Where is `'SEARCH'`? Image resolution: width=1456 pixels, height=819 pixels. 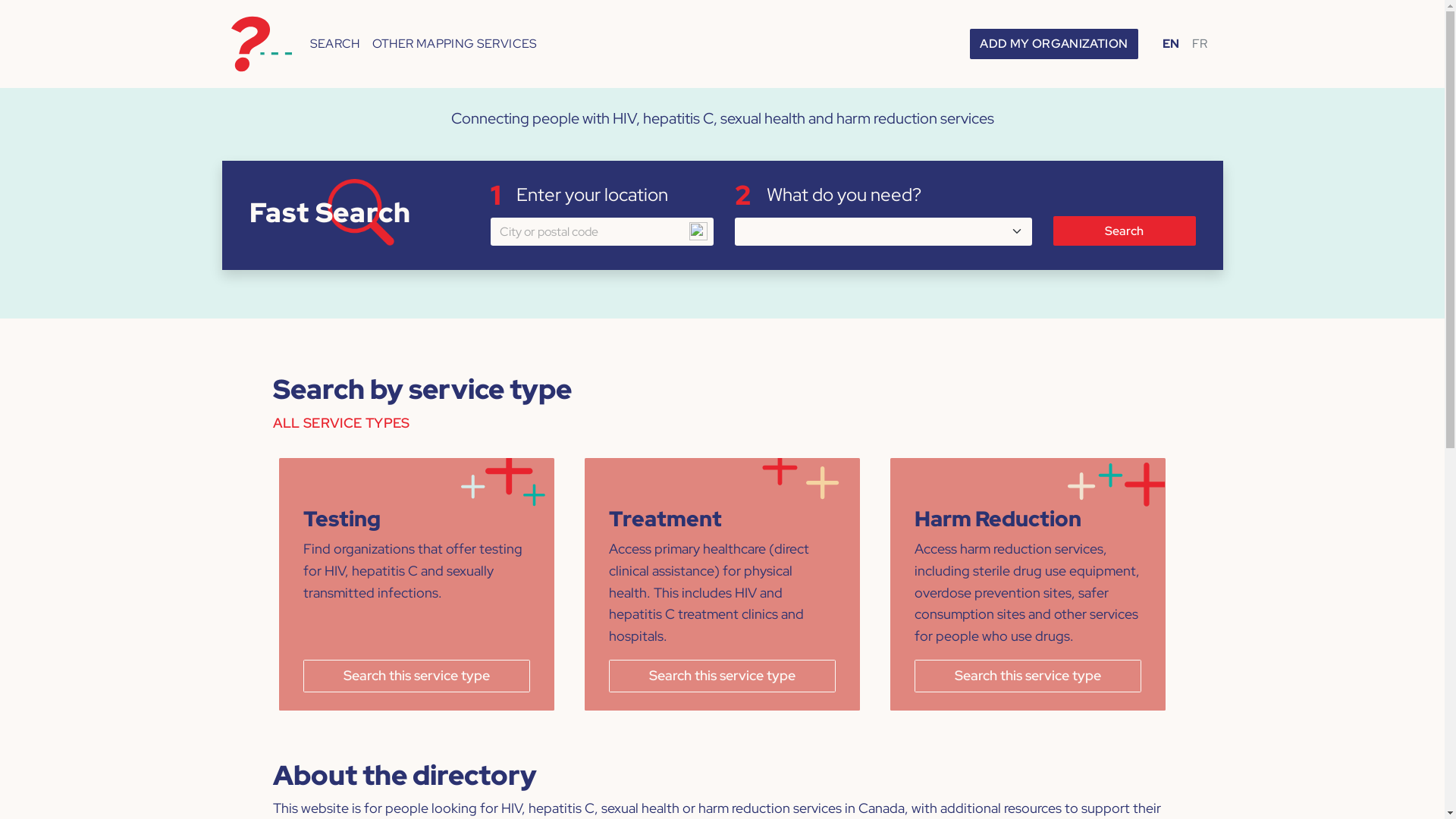 'SEARCH' is located at coordinates (334, 42).